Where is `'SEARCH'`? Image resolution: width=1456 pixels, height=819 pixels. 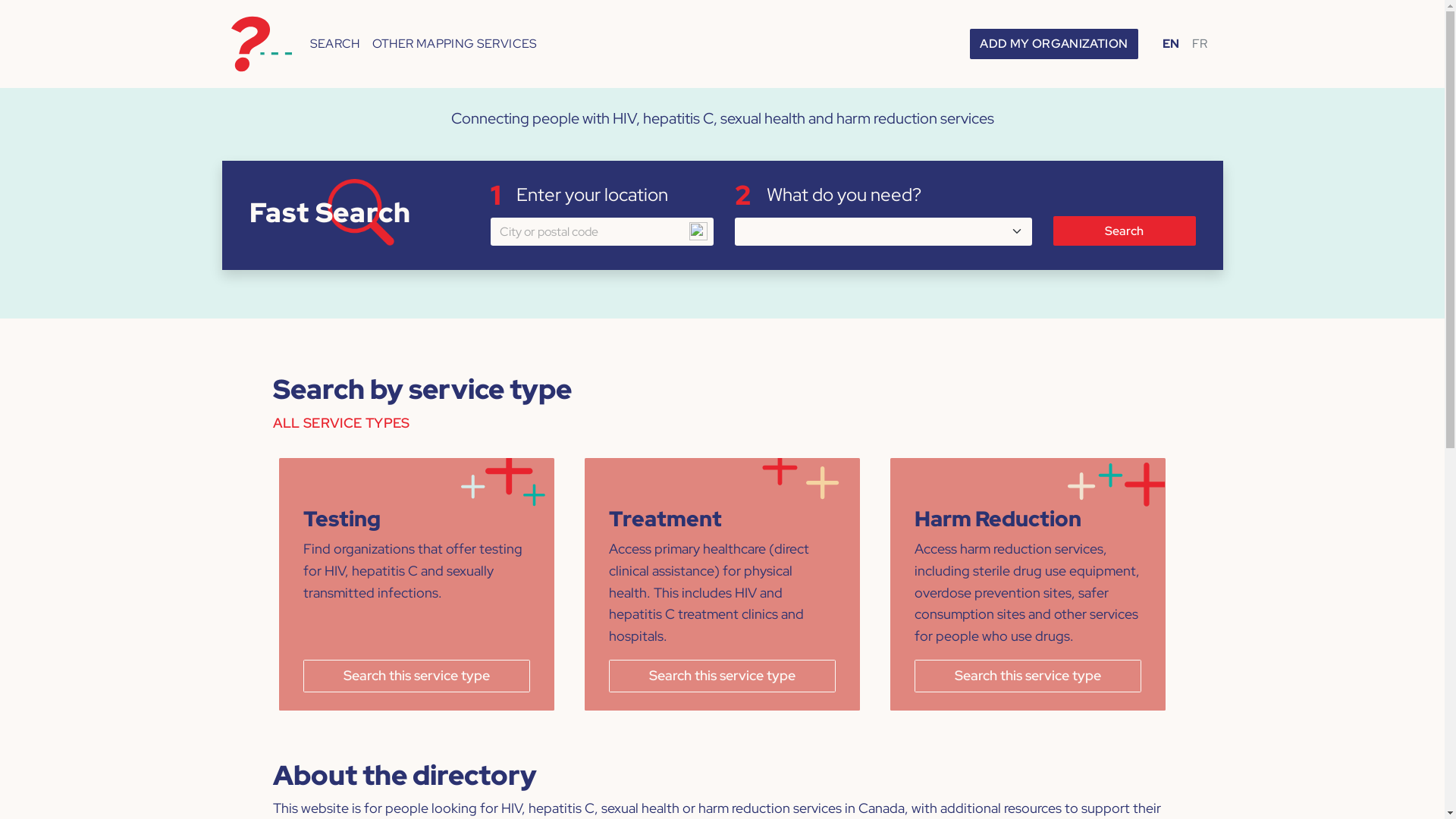 'SEARCH' is located at coordinates (334, 42).